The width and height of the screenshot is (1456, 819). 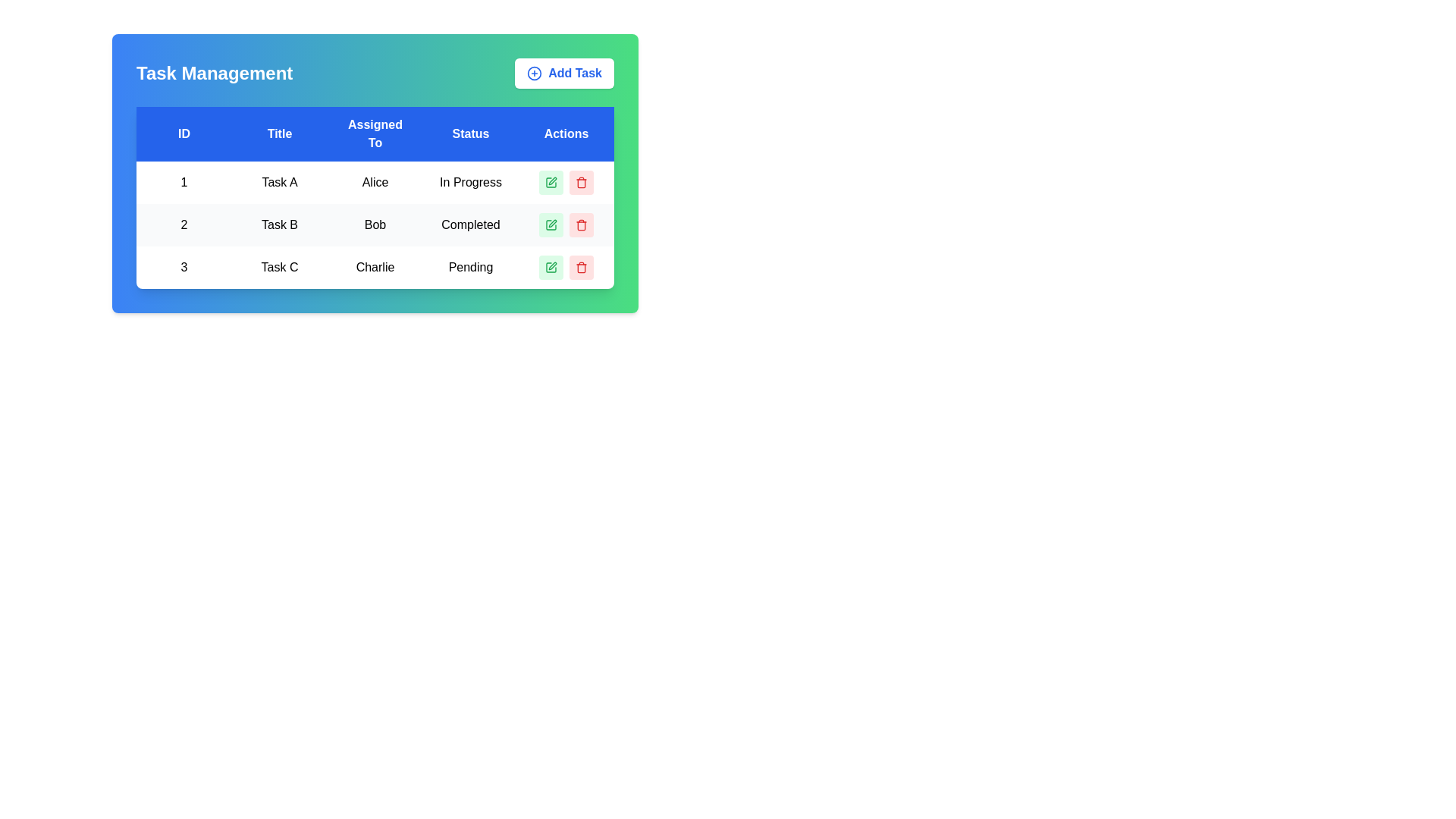 I want to click on the Table Header Row, which identifies the columns for data entries below, specifically aligned with the label 'Assigned To', so click(x=375, y=133).